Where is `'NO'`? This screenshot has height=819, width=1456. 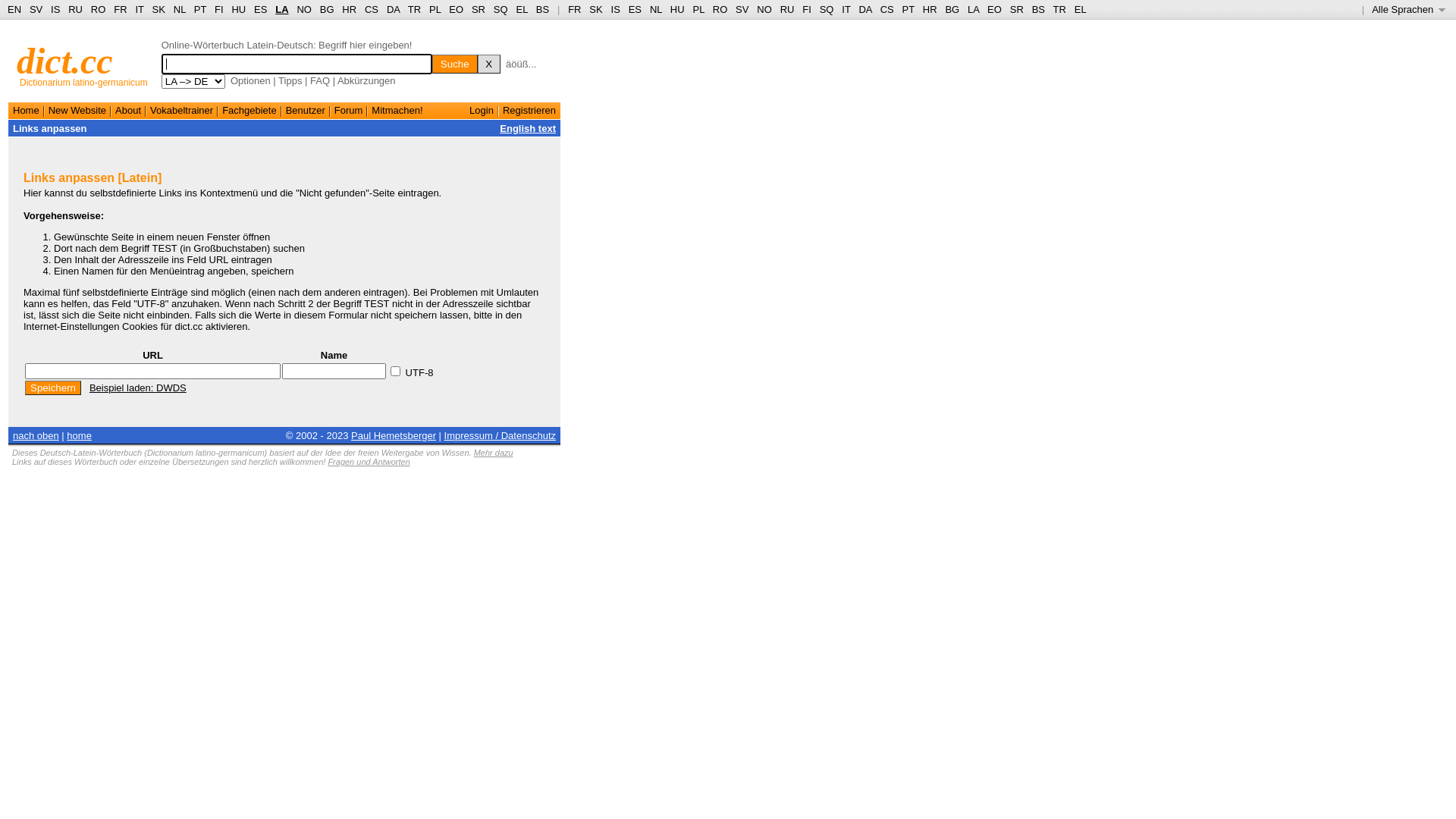 'NO' is located at coordinates (764, 9).